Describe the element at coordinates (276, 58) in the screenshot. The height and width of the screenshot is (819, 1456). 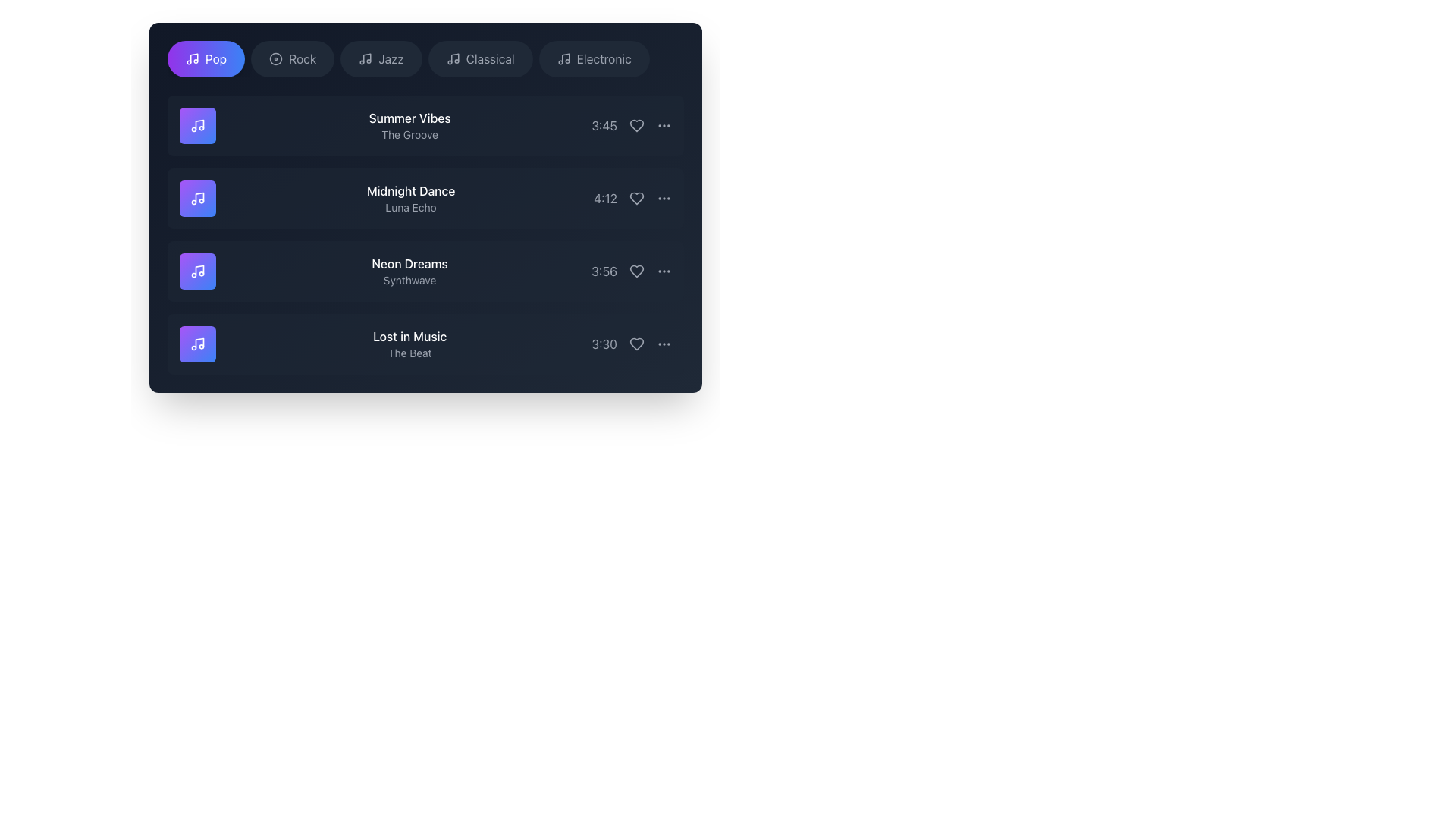
I see `the graphical icon resembling a disc with an outer ring and an inner solid circle, located within the 'Rock' button on the navigation toolbar` at that location.